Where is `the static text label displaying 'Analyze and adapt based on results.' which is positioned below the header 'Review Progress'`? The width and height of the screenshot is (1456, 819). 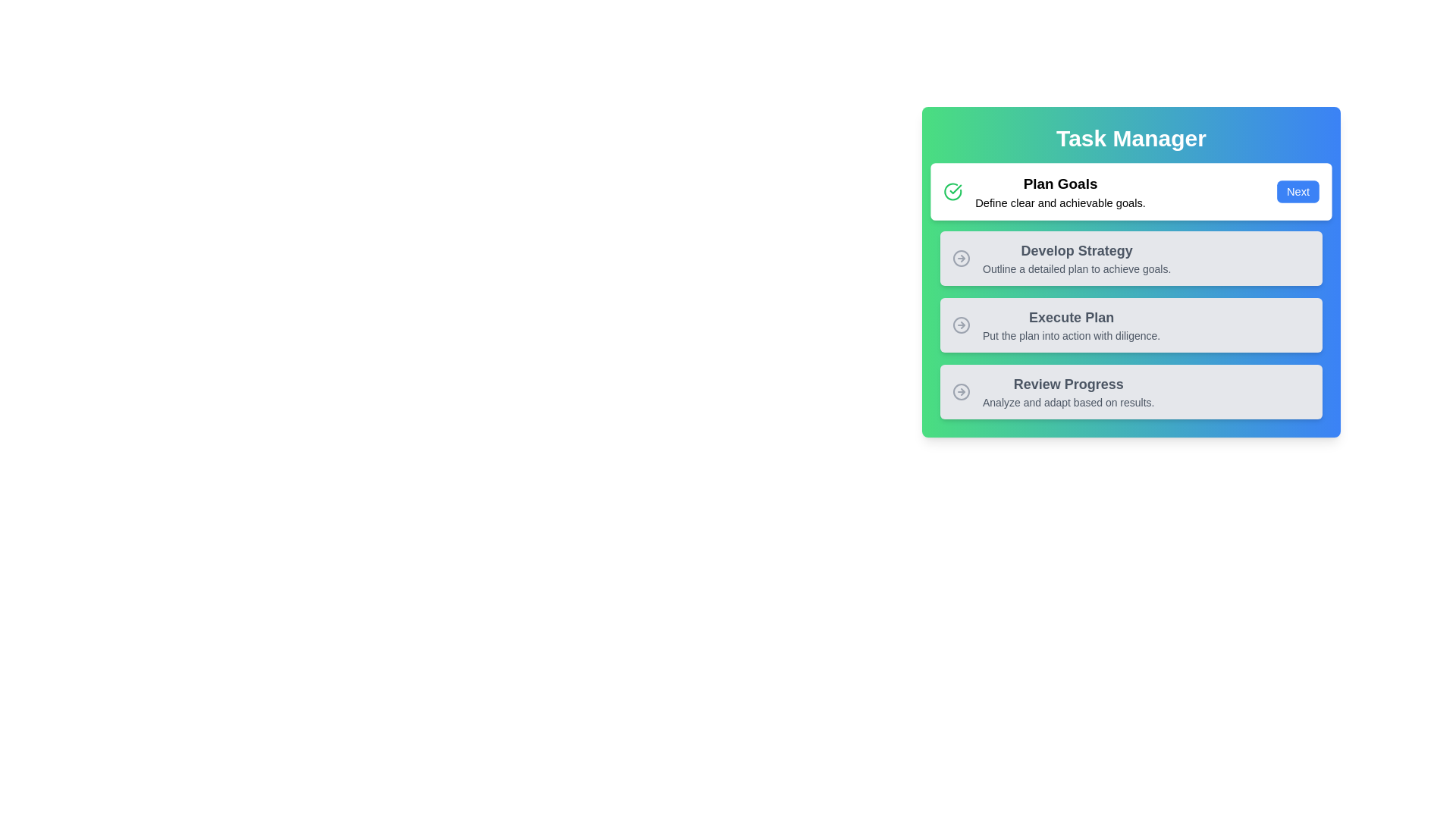 the static text label displaying 'Analyze and adapt based on results.' which is positioned below the header 'Review Progress' is located at coordinates (1068, 402).